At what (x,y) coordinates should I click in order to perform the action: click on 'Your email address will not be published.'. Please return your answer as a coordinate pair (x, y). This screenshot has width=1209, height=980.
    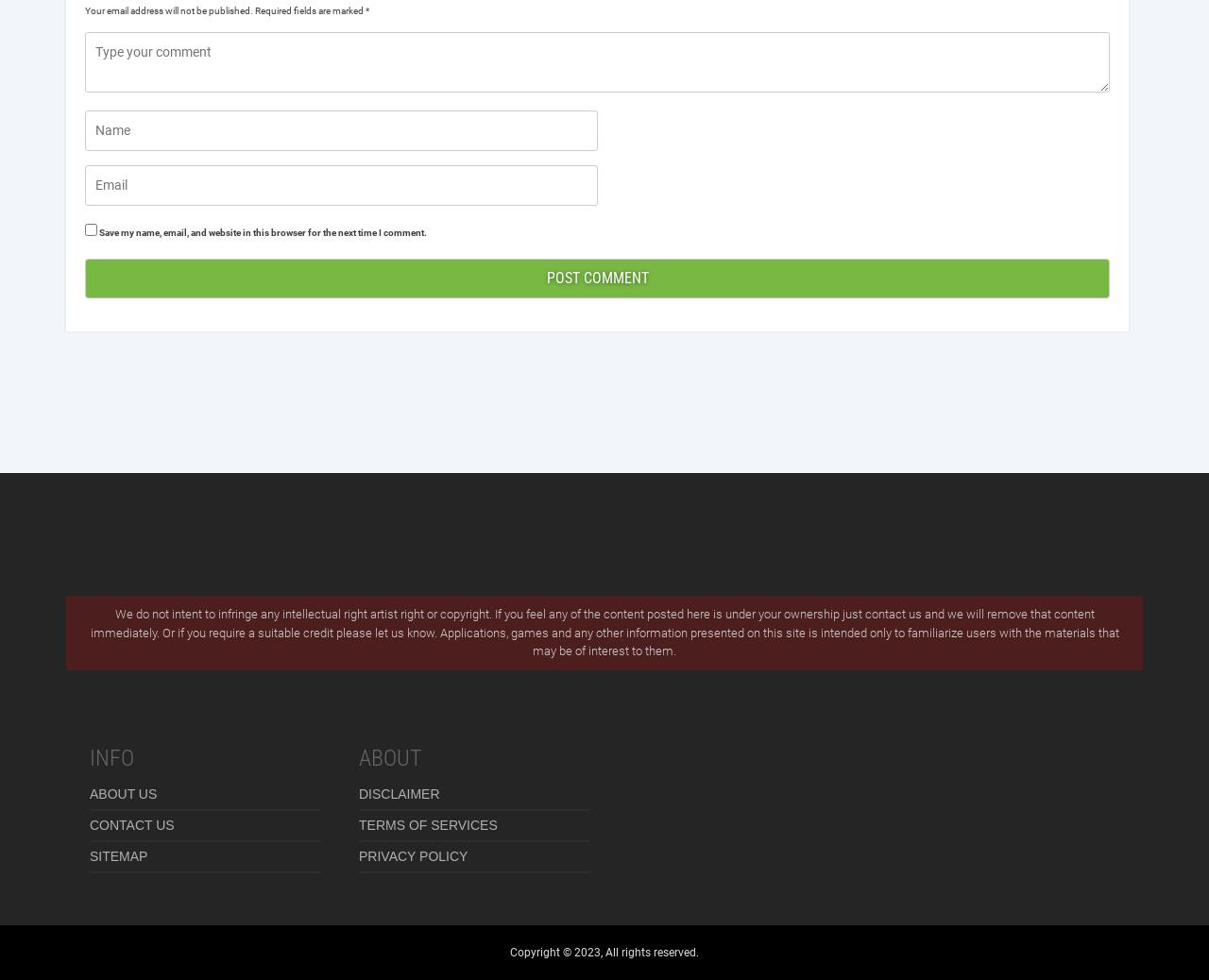
    Looking at the image, I should click on (168, 9).